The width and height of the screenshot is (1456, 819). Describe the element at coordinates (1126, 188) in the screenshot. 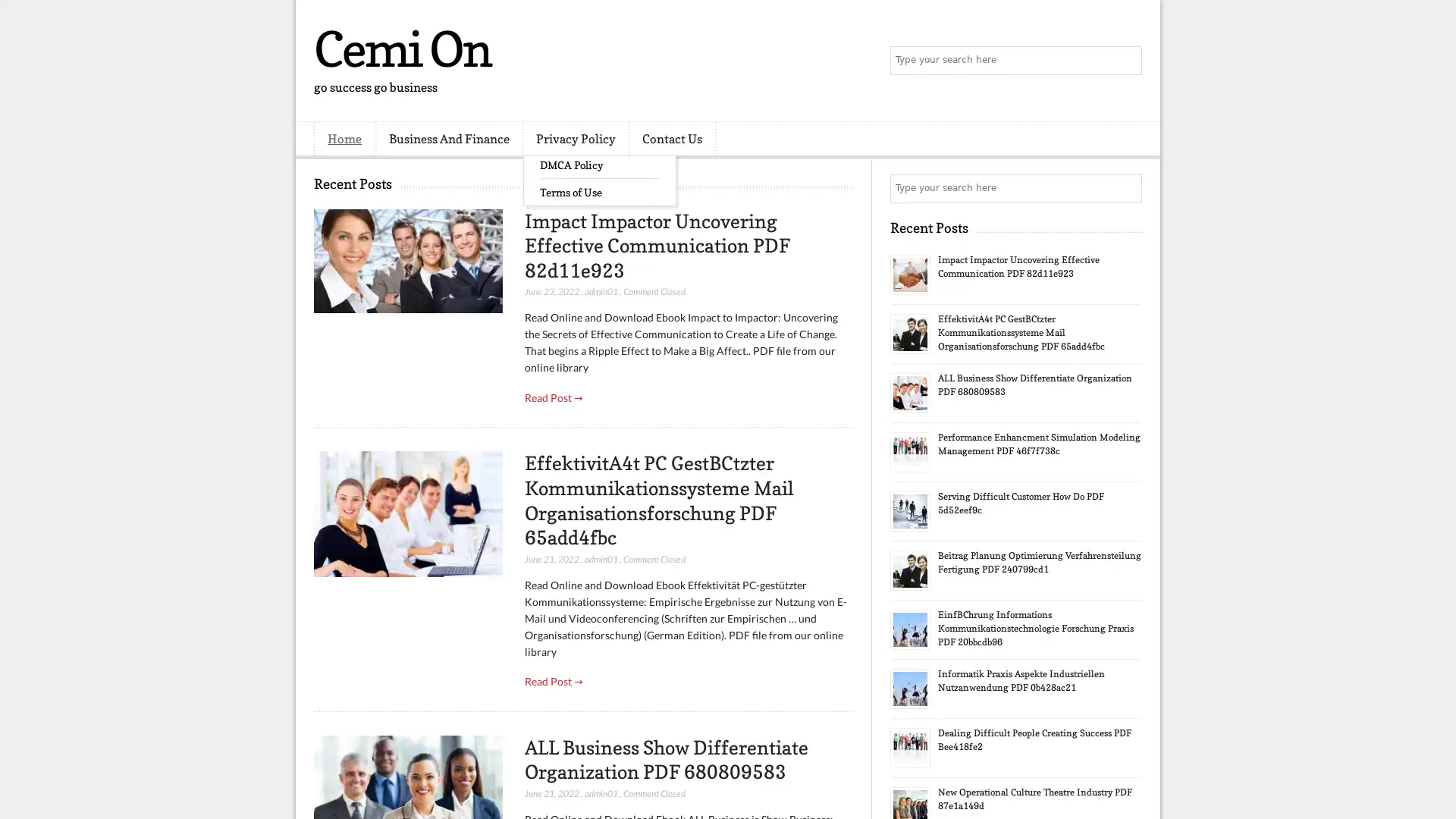

I see `Search` at that location.